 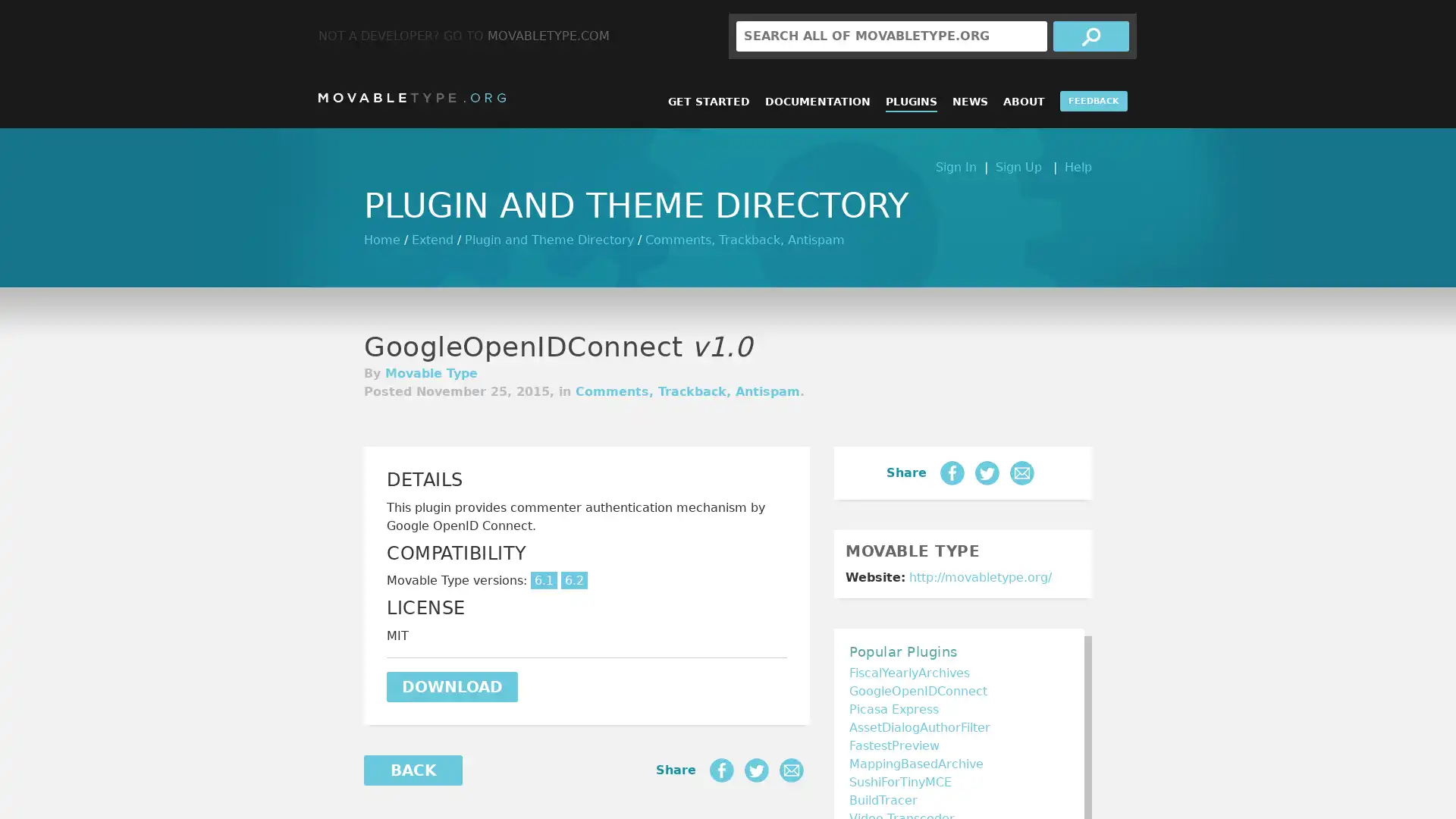 What do you see at coordinates (1090, 35) in the screenshot?
I see `search` at bounding box center [1090, 35].